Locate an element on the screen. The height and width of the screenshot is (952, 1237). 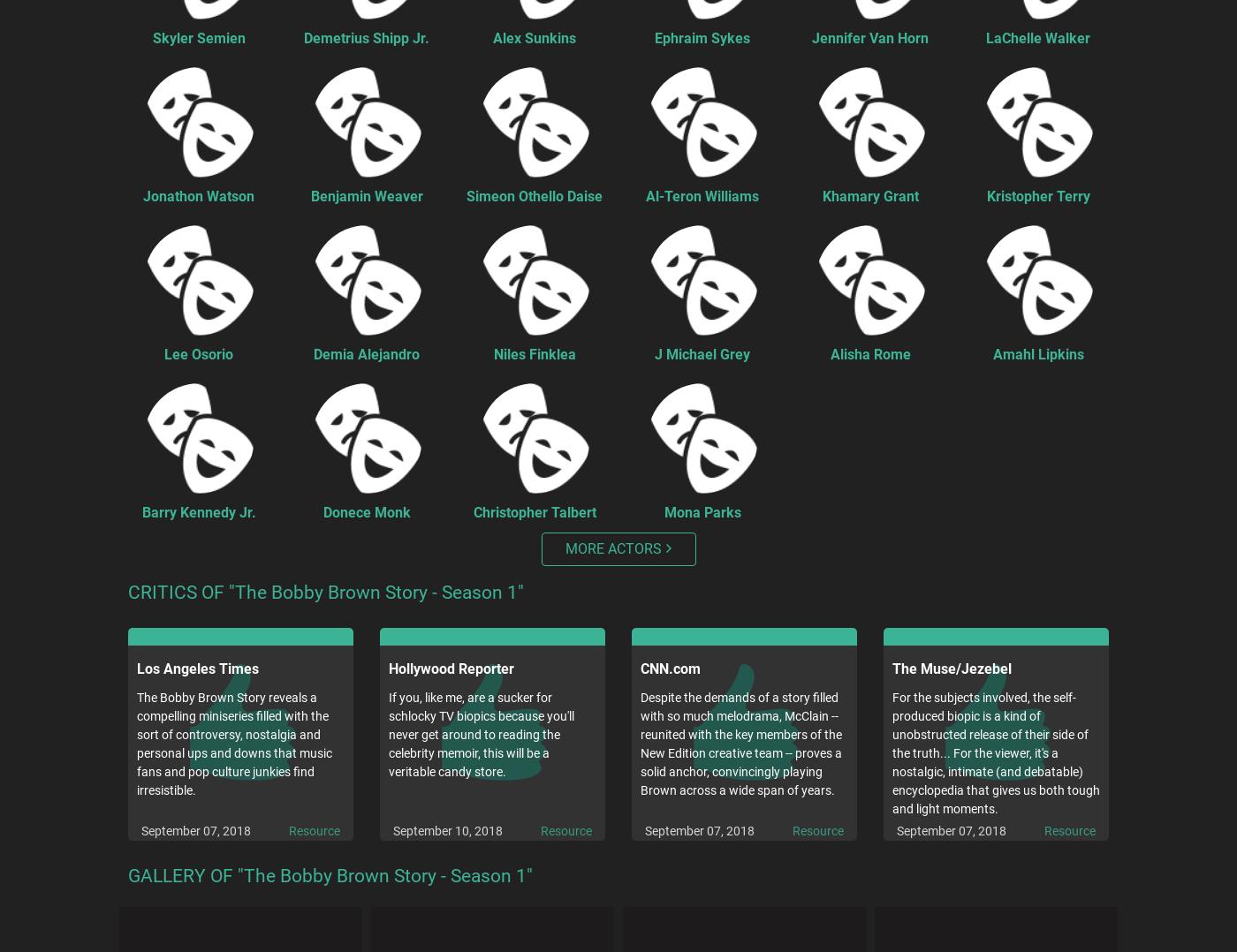
'Ephraim Sykes' is located at coordinates (655, 37).